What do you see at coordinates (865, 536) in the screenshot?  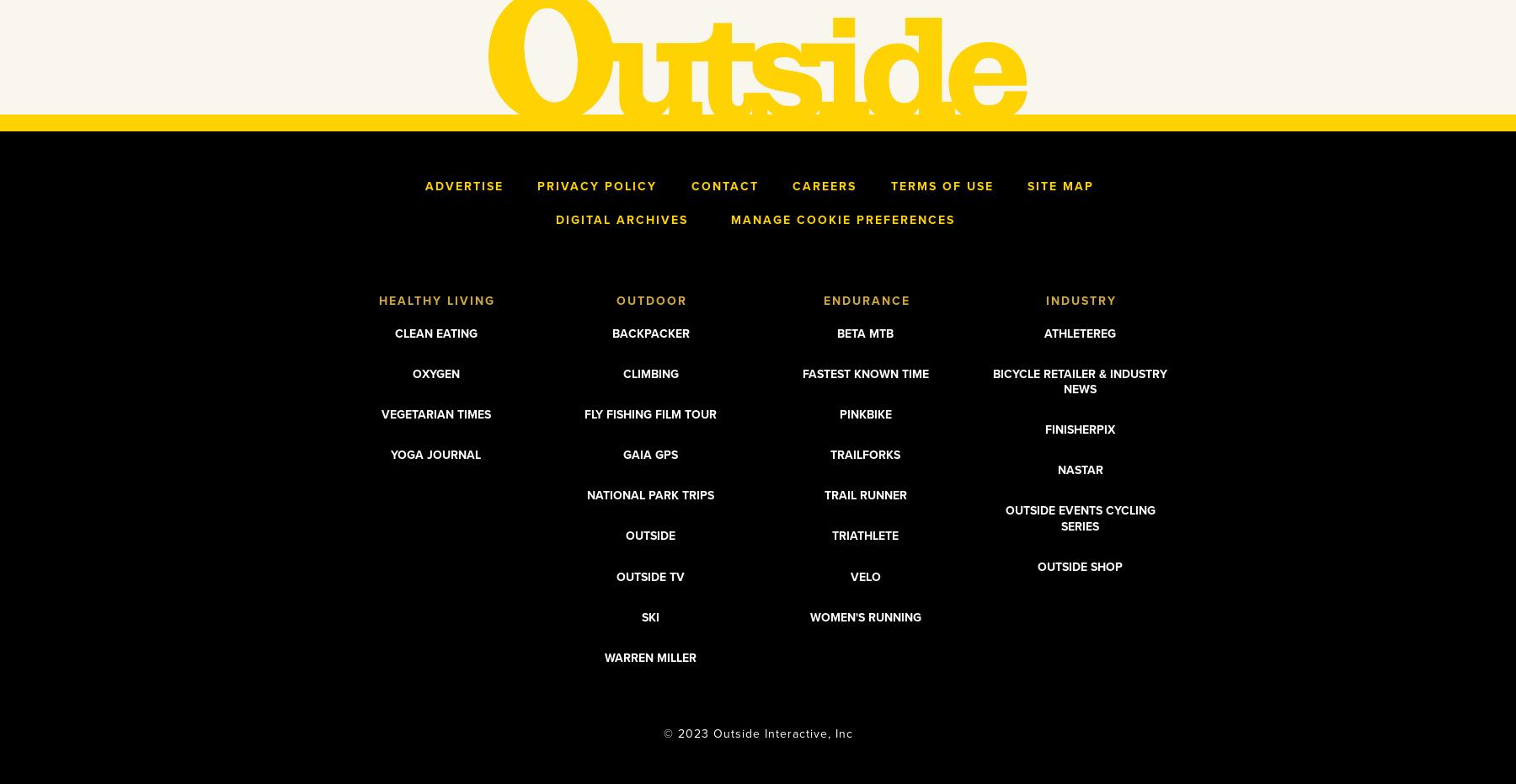 I see `'Triathlete'` at bounding box center [865, 536].